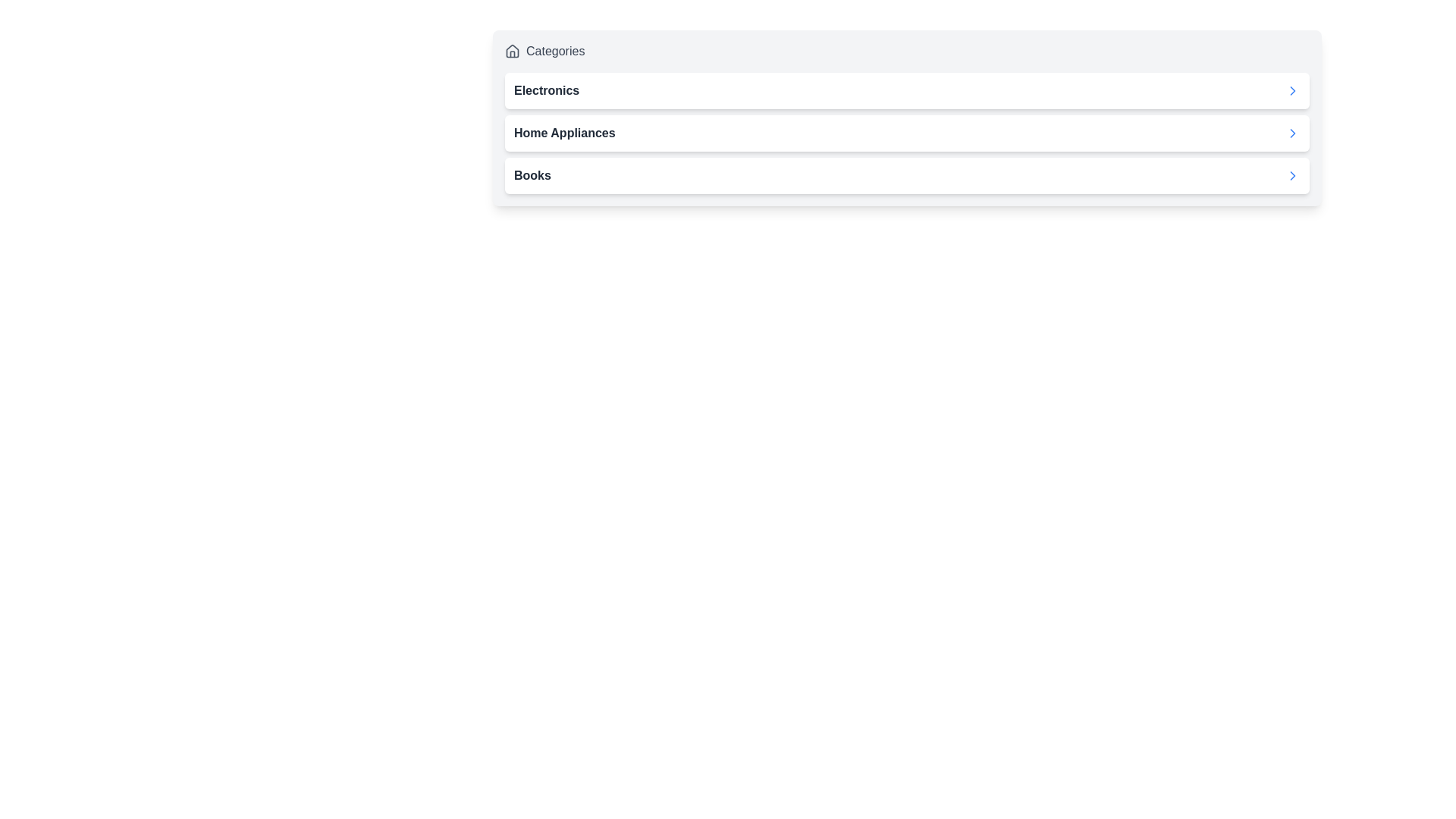 The width and height of the screenshot is (1456, 819). What do you see at coordinates (513, 51) in the screenshot?
I see `the small house-shaped icon located to the left of the 'Categories' text in the header of the 'Categories' section` at bounding box center [513, 51].